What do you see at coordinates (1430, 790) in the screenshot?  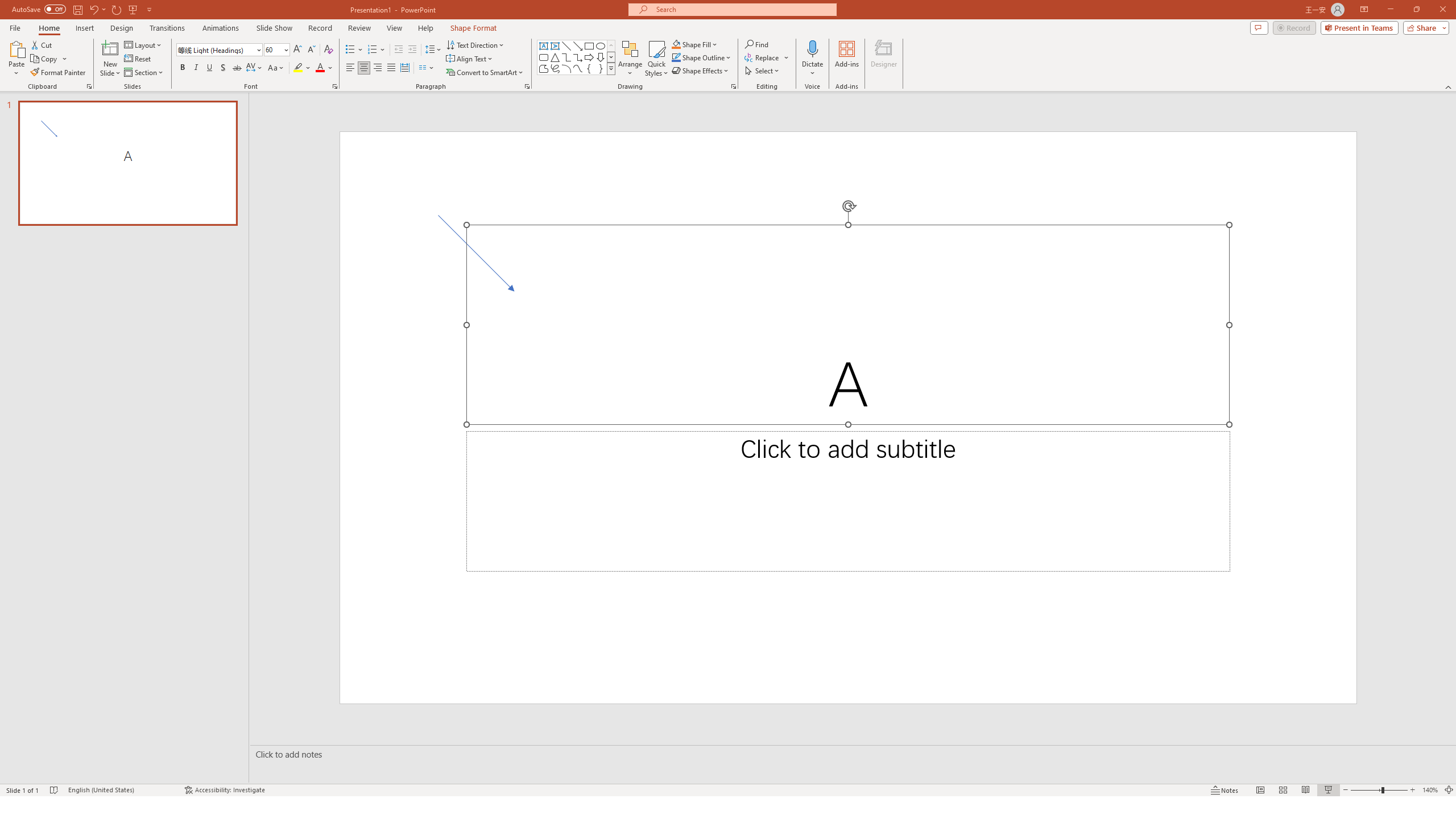 I see `'Zoom 140%'` at bounding box center [1430, 790].